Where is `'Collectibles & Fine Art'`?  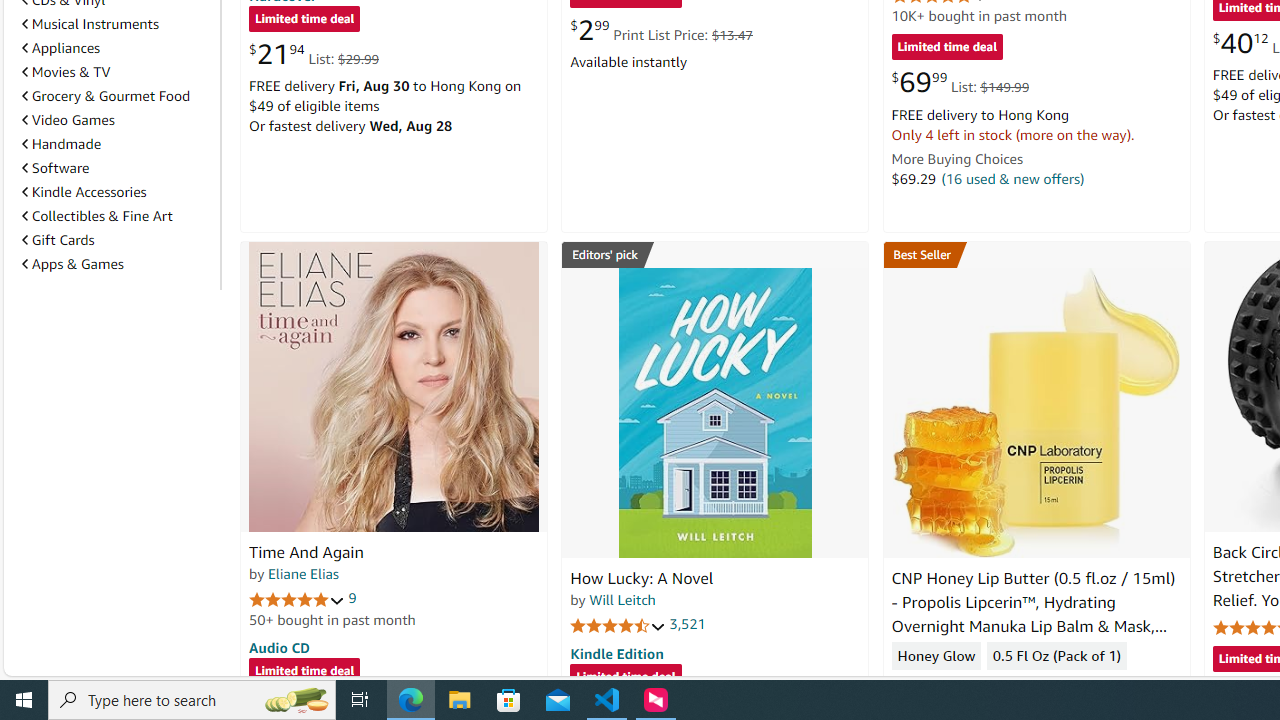 'Collectibles & Fine Art' is located at coordinates (116, 216).